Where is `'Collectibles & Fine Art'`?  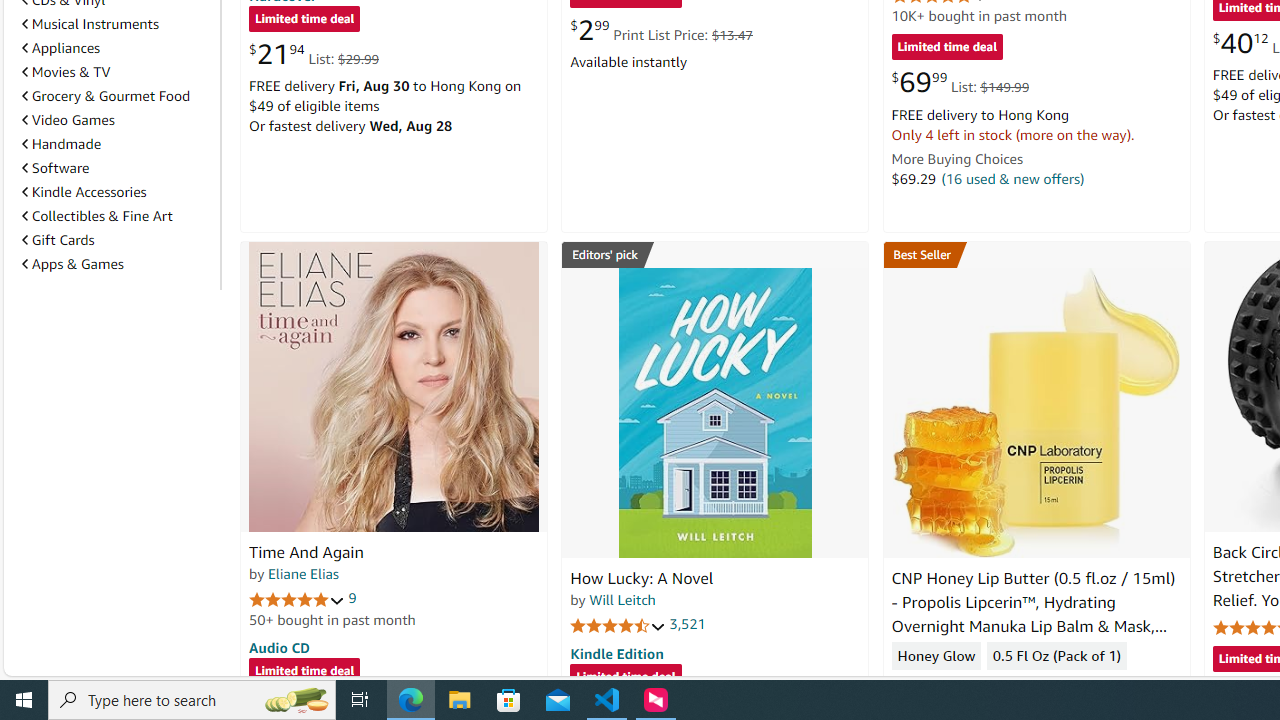 'Collectibles & Fine Art' is located at coordinates (116, 216).